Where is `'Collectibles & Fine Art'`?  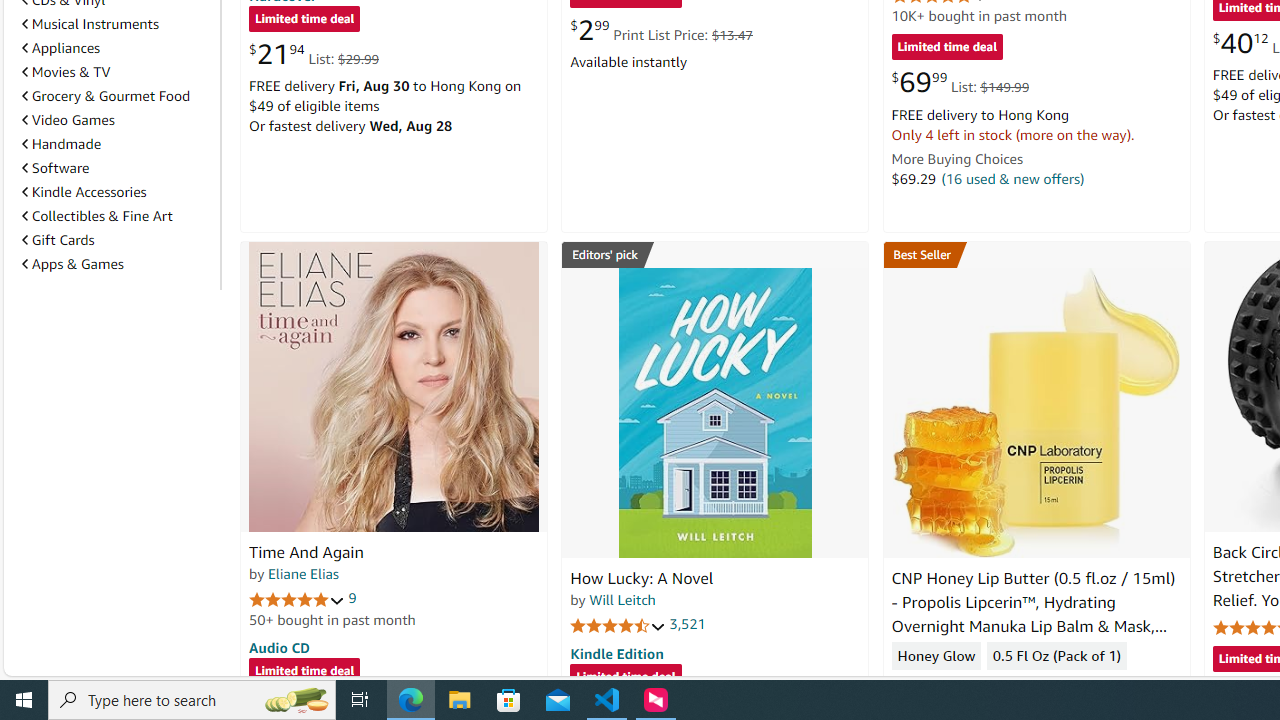 'Collectibles & Fine Art' is located at coordinates (116, 216).